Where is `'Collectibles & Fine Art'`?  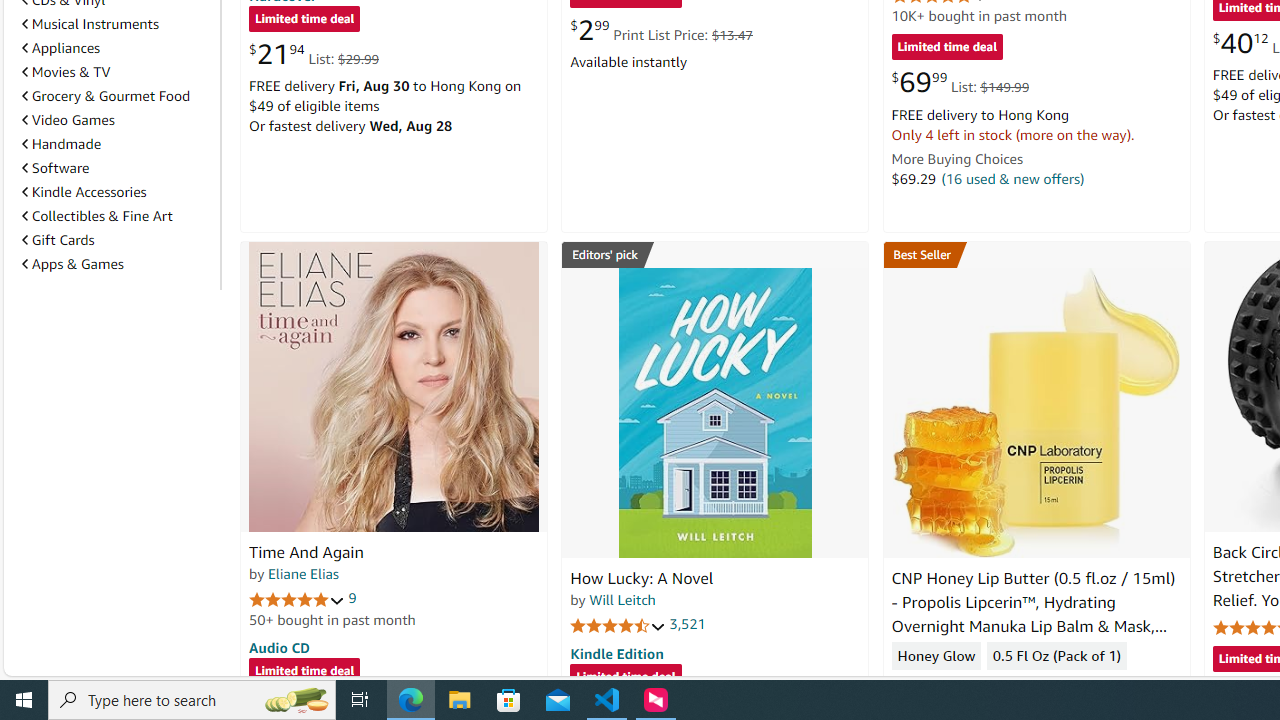 'Collectibles & Fine Art' is located at coordinates (116, 216).